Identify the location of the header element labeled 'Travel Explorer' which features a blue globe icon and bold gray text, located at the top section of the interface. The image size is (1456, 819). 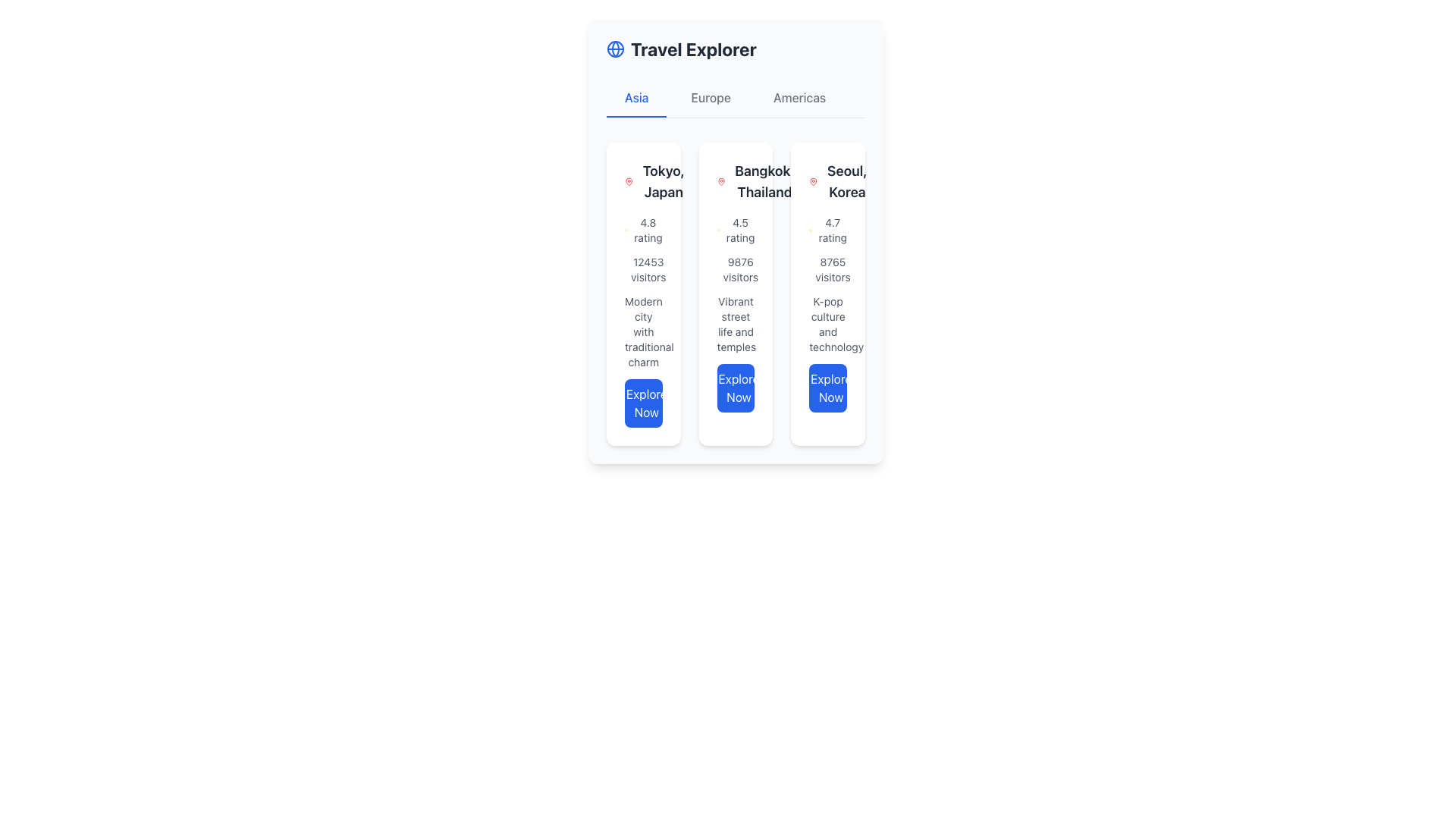
(736, 49).